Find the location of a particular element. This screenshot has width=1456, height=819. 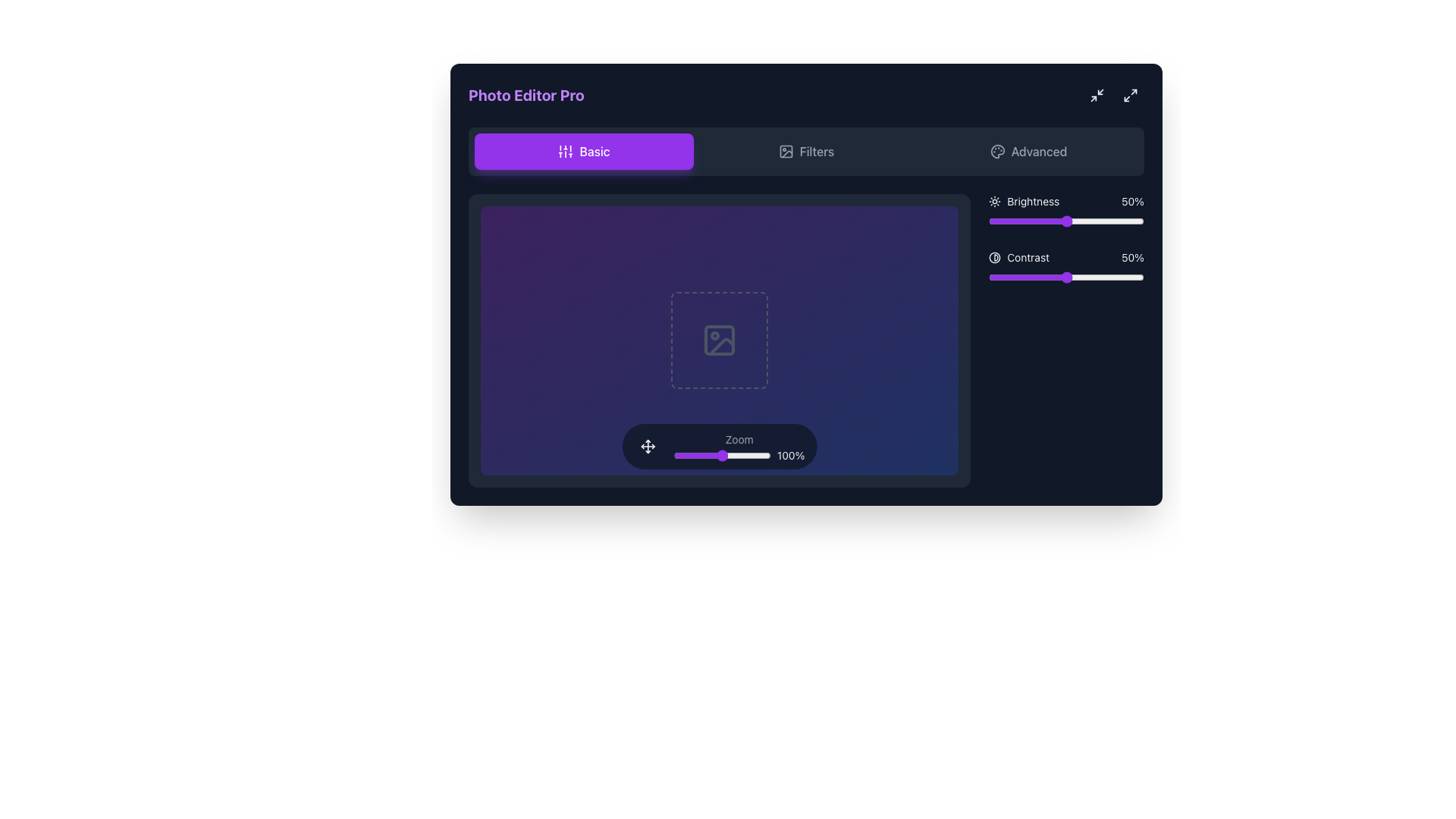

slider value is located at coordinates (1003, 221).